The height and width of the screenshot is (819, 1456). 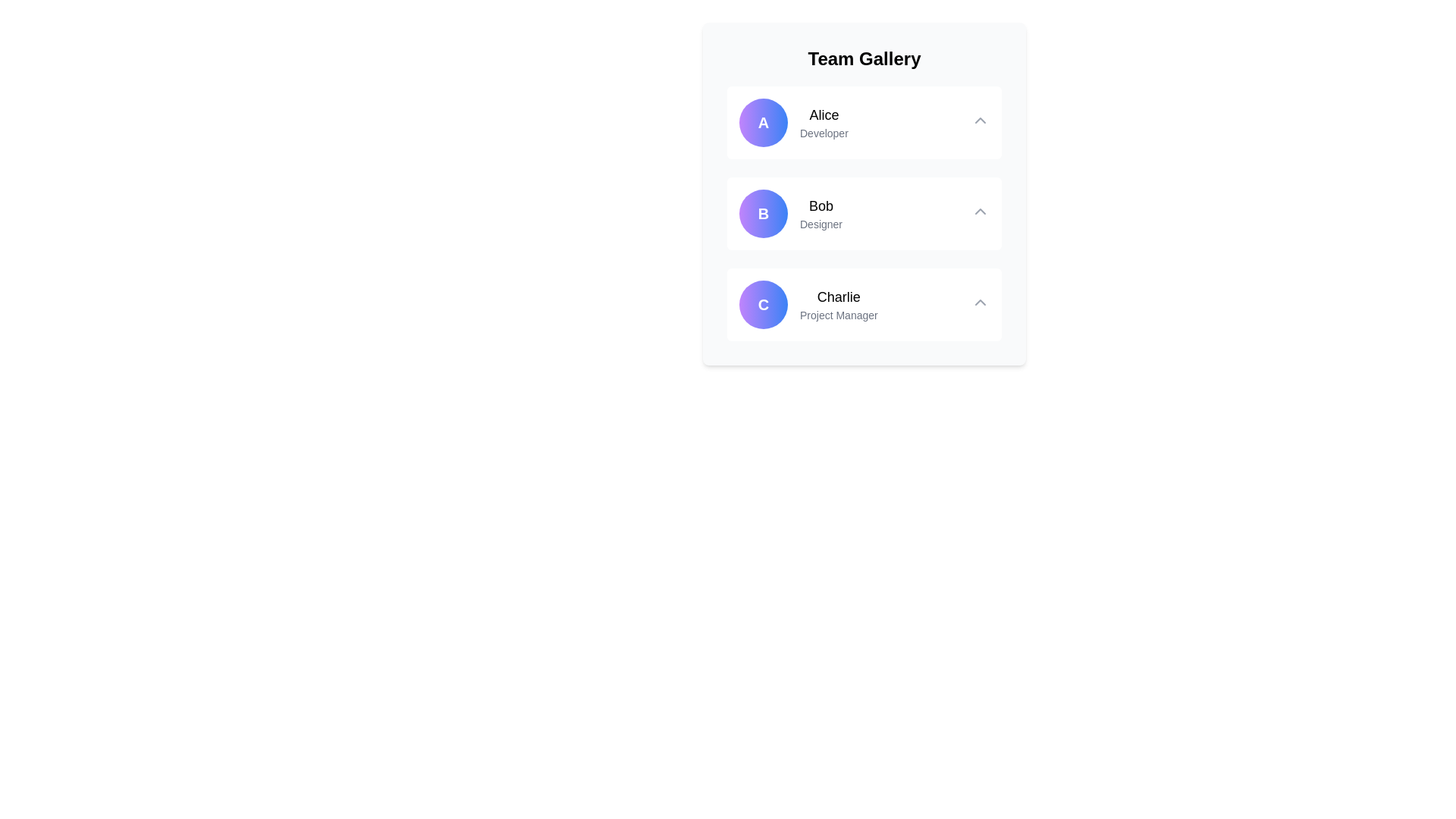 I want to click on the icon at the far right of the 'Charlie - Project Manager' entry, so click(x=980, y=304).